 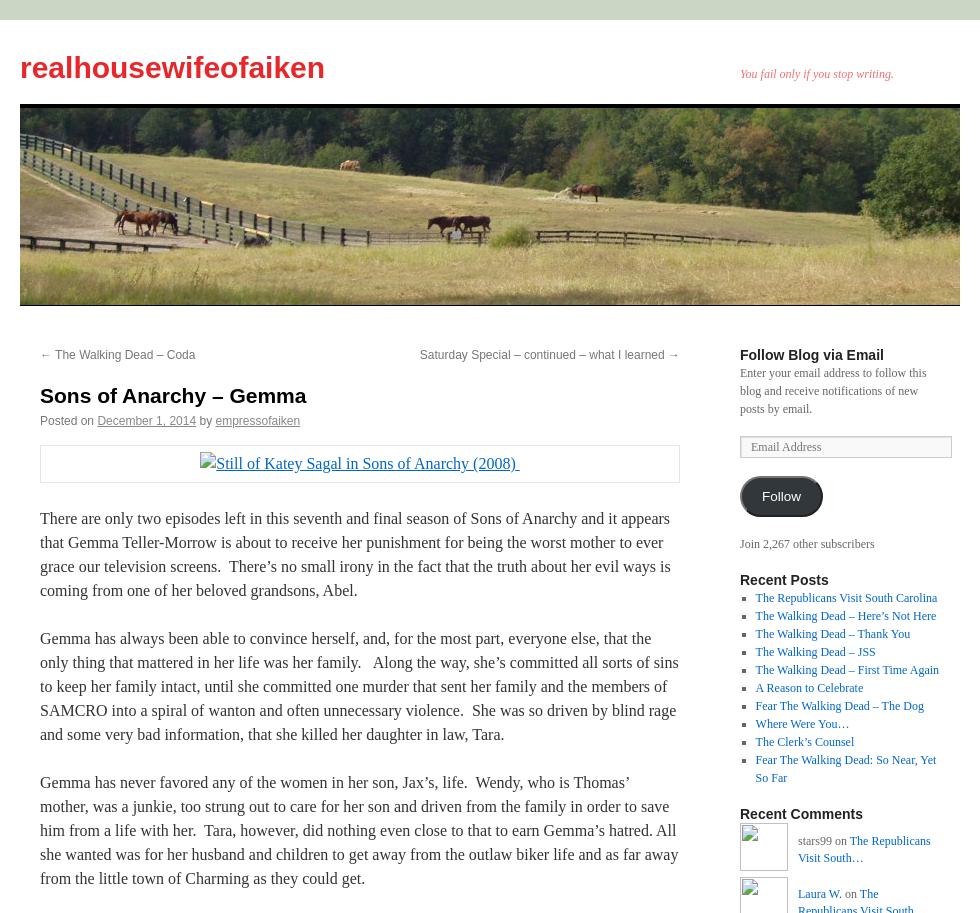 What do you see at coordinates (846, 598) in the screenshot?
I see `'The Republicans Visit South Carolina'` at bounding box center [846, 598].